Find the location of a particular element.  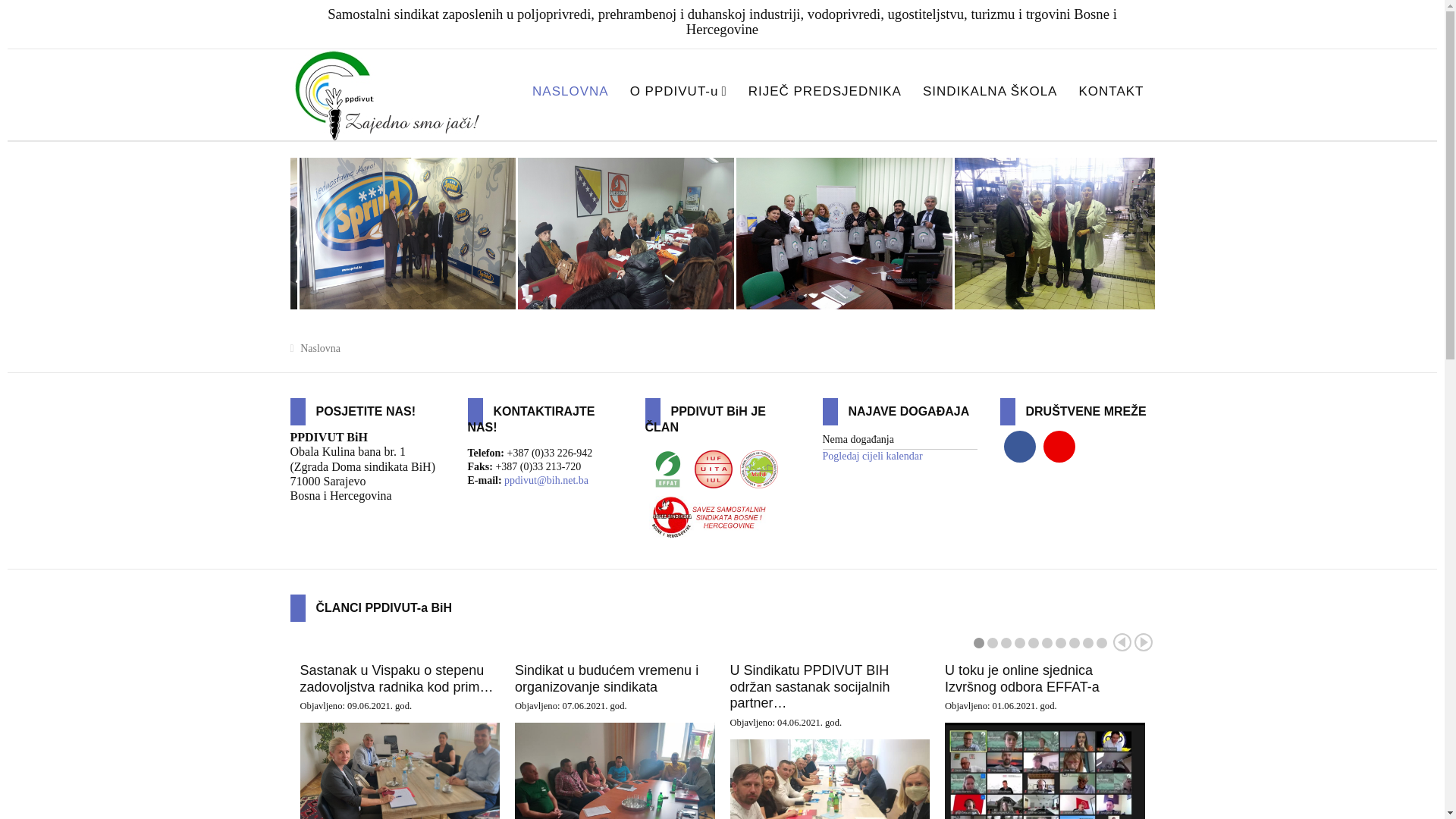

'Prev' is located at coordinates (1122, 642).